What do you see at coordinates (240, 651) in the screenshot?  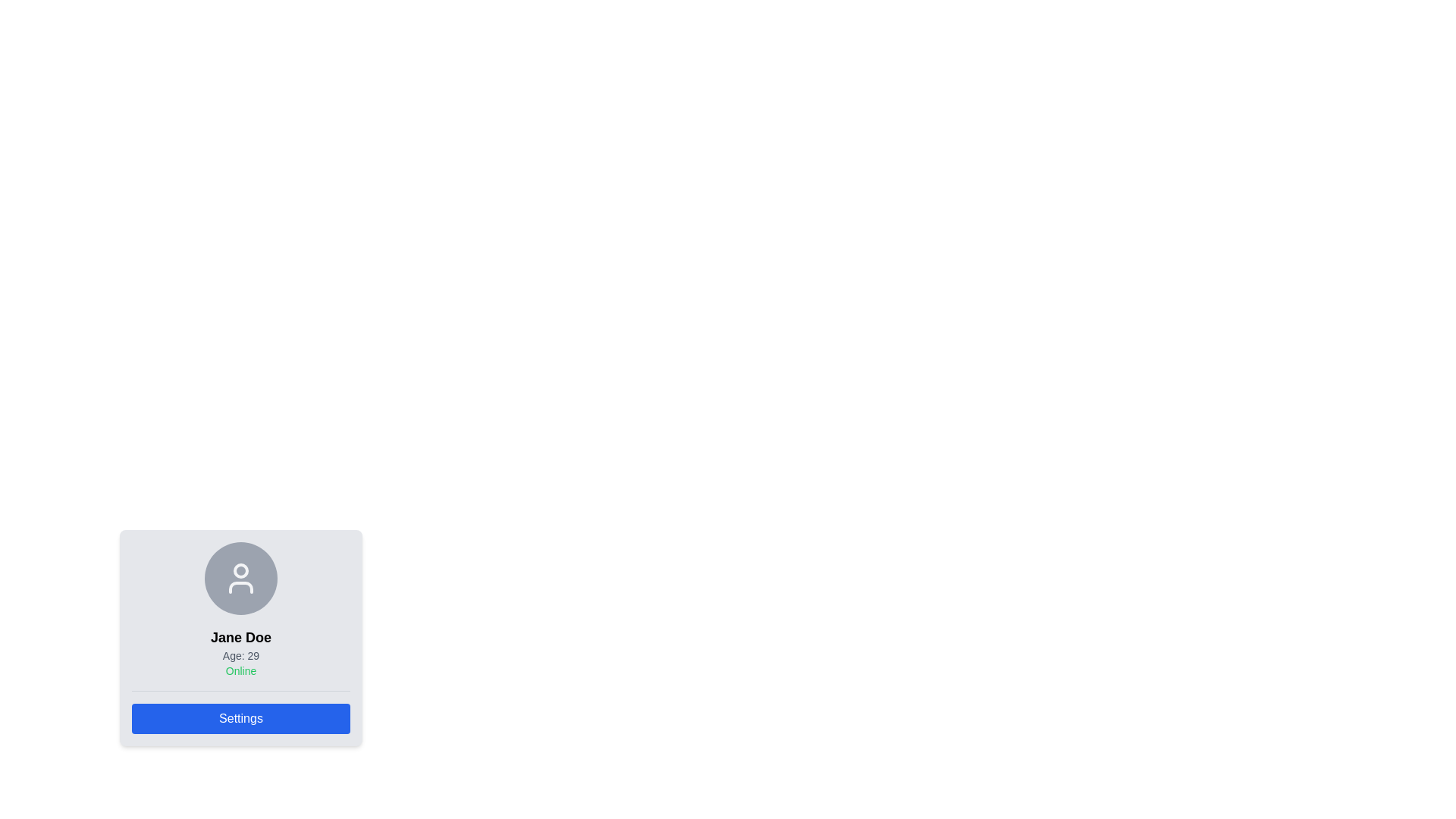 I see `the text block displaying key profile information, including name, age, and online status, located in the middle of the card component` at bounding box center [240, 651].